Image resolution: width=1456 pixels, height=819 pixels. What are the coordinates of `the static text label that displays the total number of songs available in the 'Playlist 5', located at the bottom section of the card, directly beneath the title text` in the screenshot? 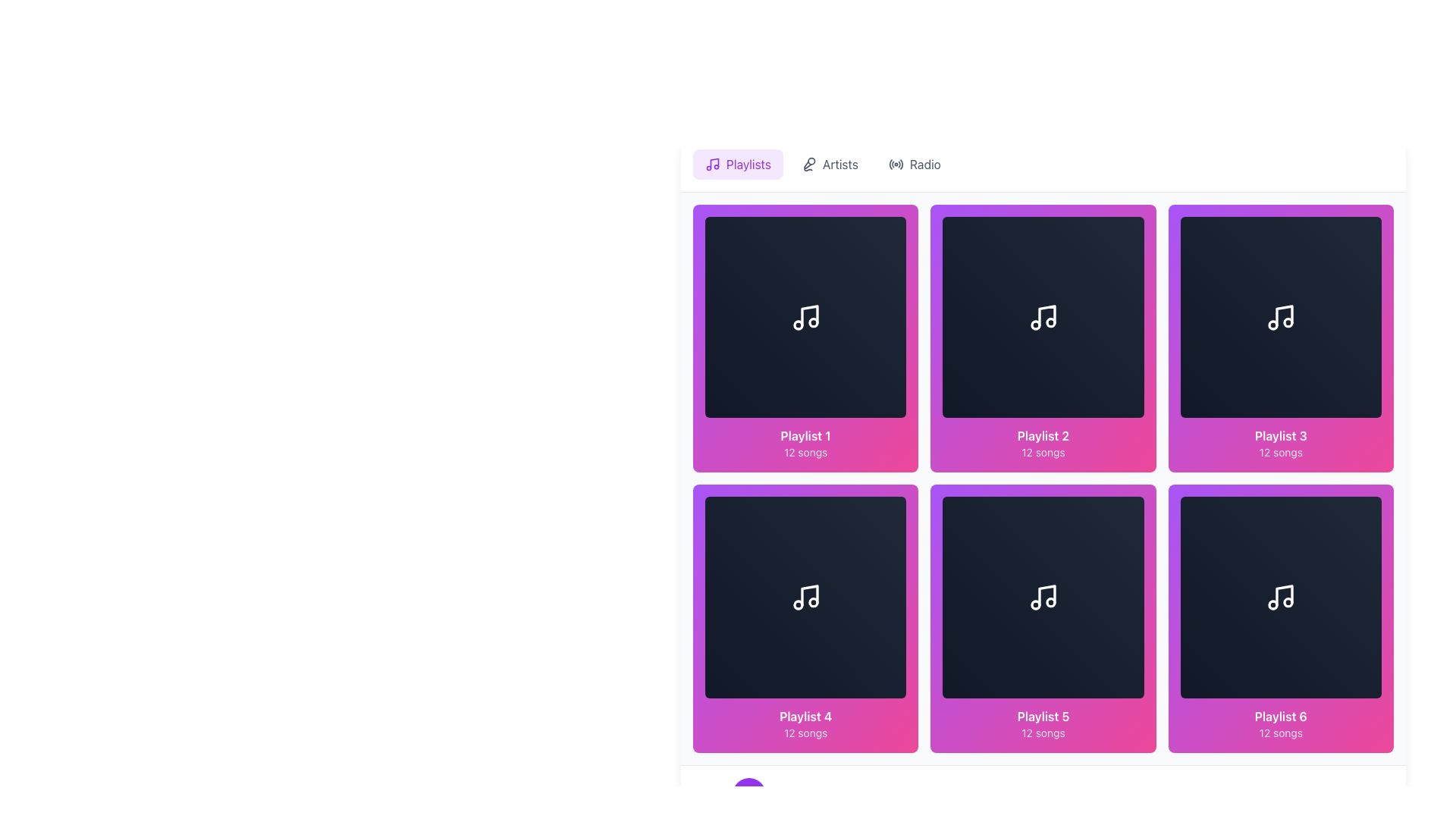 It's located at (1043, 732).